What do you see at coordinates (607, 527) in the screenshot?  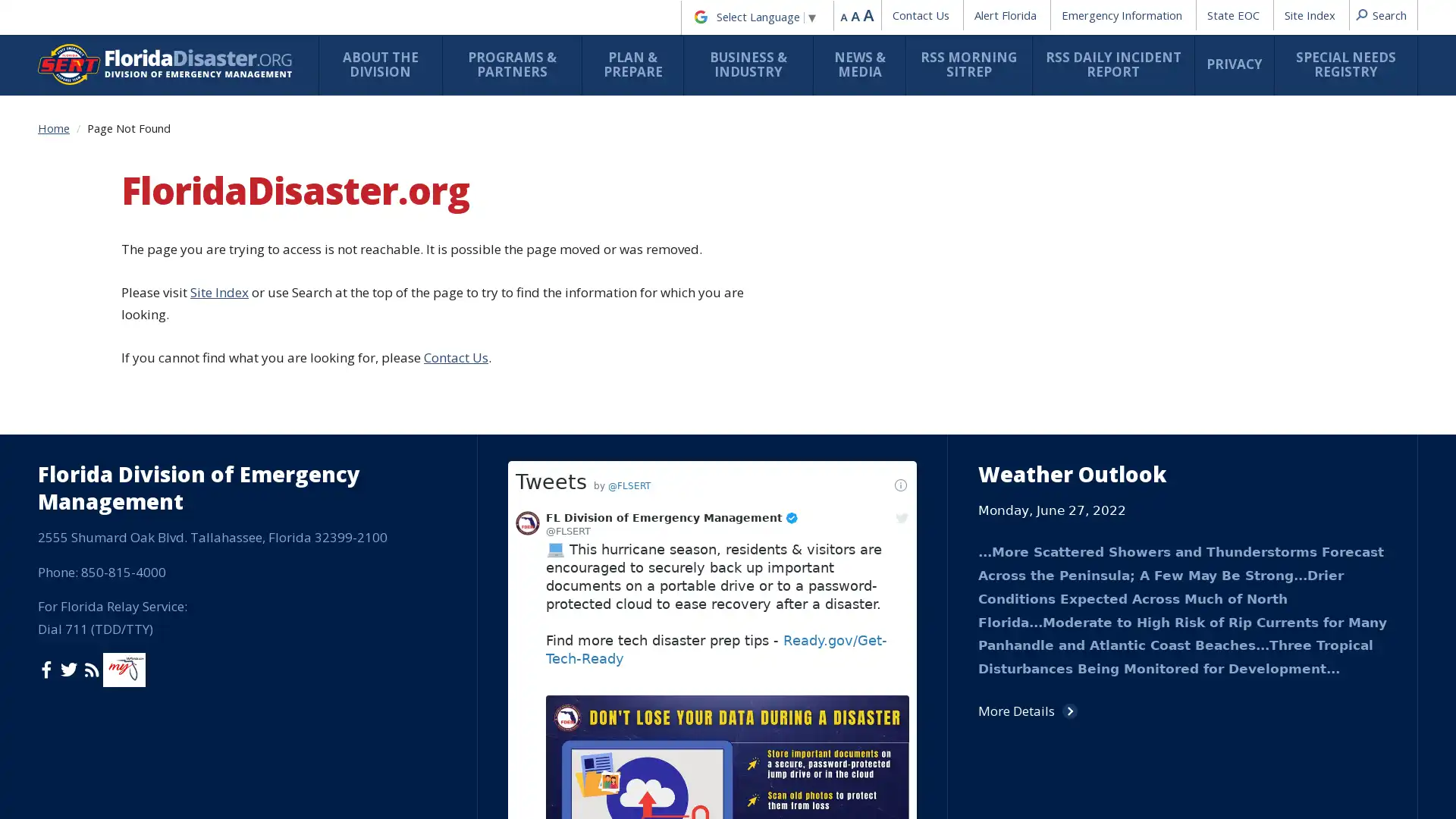 I see `Toggle More` at bounding box center [607, 527].